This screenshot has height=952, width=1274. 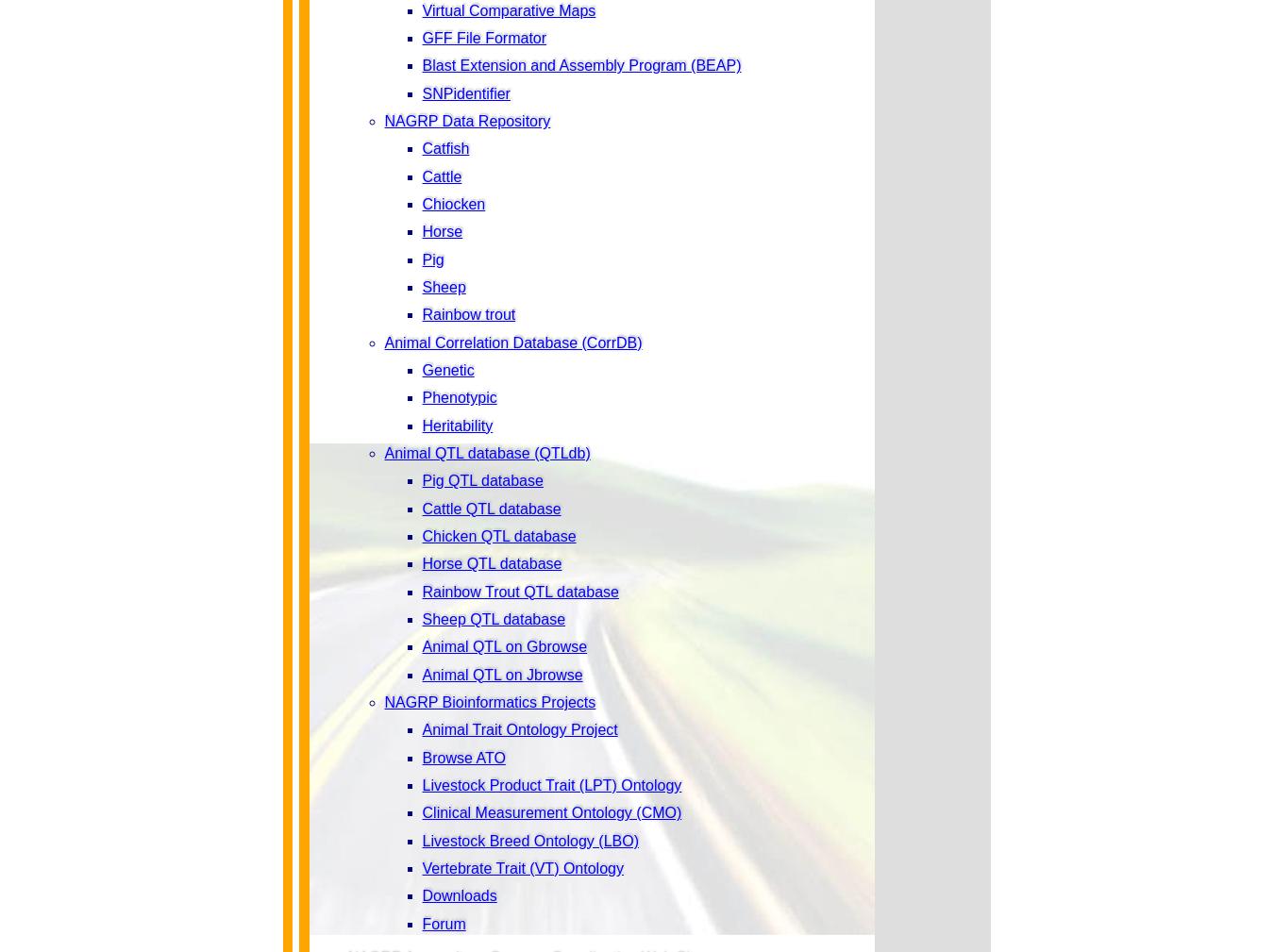 What do you see at coordinates (581, 64) in the screenshot?
I see `'Blast Extension and Assembly Program (BEAP)'` at bounding box center [581, 64].